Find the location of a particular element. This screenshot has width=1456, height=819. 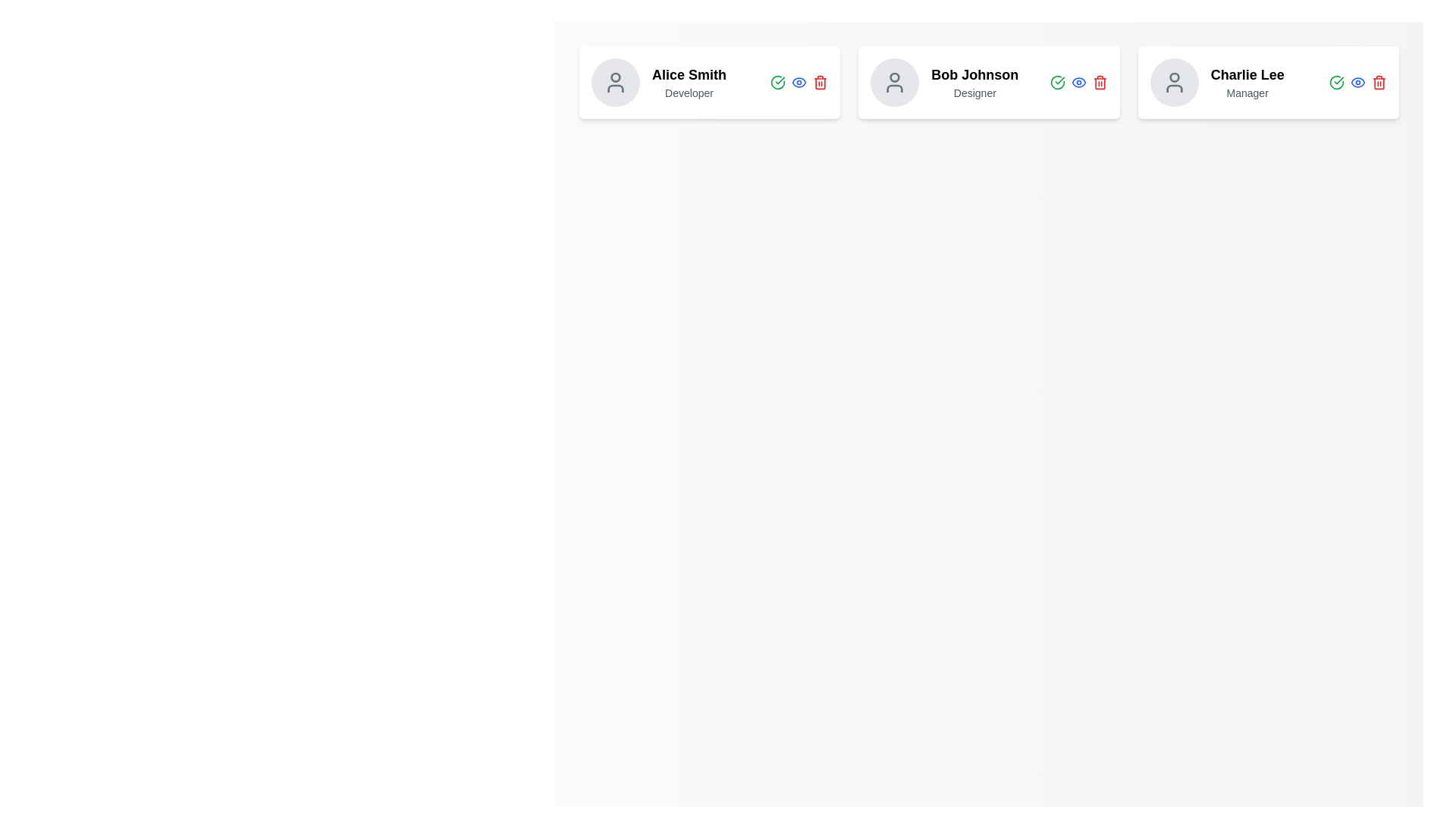

the profile avatar placeholder icon for the user 'Charlie Lee', located on the rightmost card in a horizontal row of three cards, positioned above the text 'Charlie Lee' and 'Manager' is located at coordinates (1173, 82).